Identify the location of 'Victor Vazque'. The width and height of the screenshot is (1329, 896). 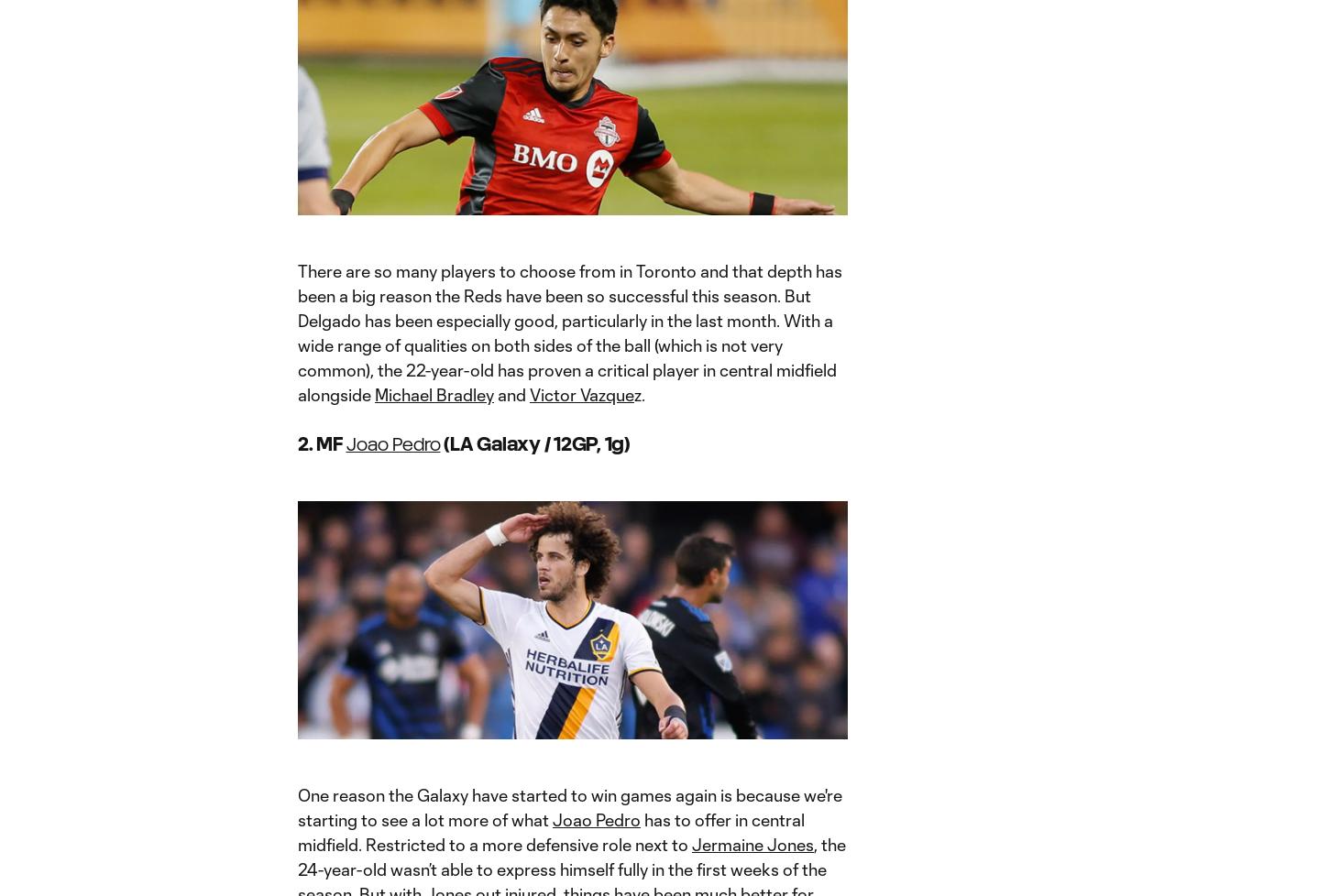
(580, 394).